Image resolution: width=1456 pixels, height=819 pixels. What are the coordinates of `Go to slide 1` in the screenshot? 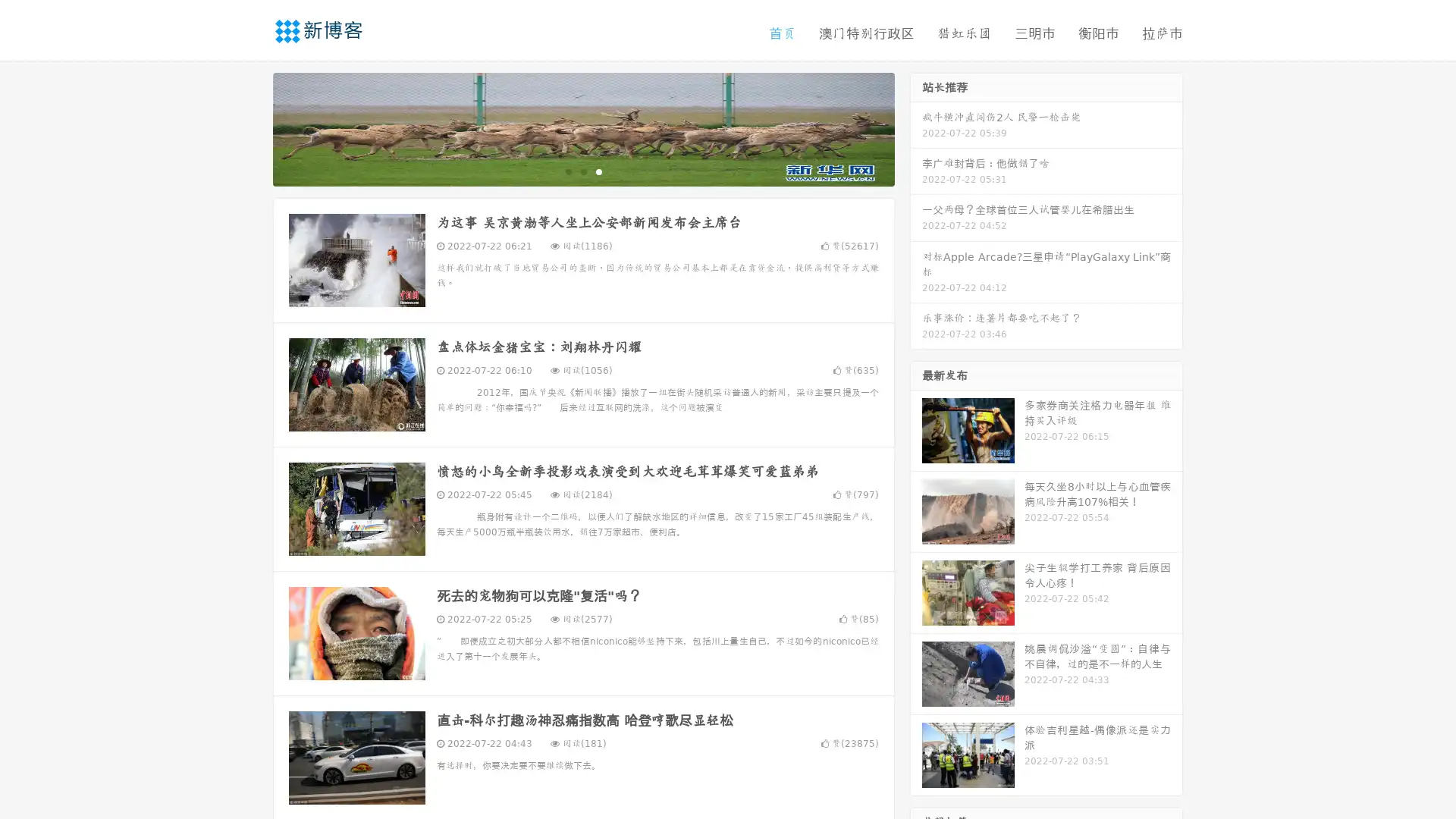 It's located at (567, 171).